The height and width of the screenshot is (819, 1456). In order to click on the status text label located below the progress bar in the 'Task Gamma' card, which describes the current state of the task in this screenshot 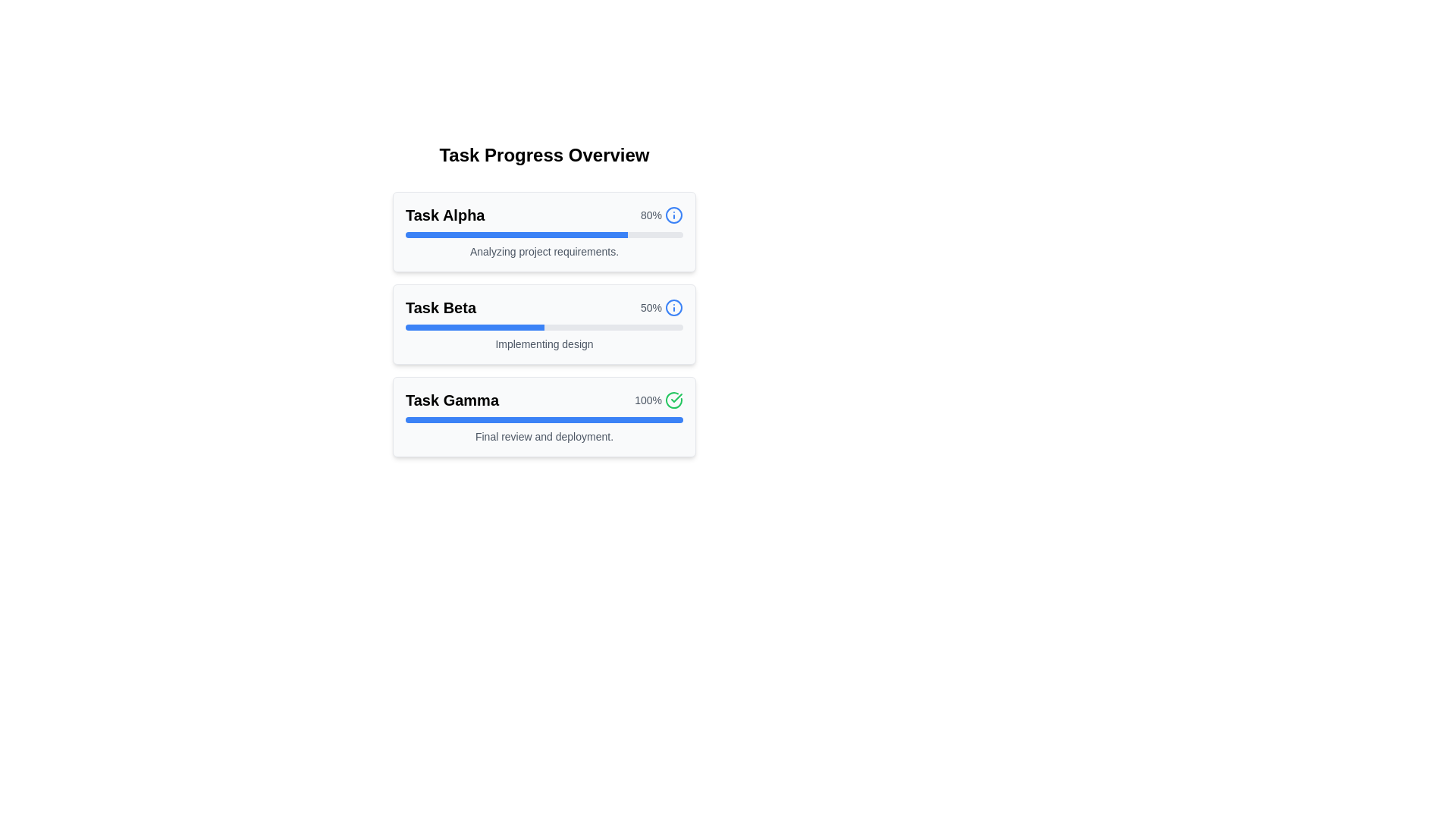, I will do `click(544, 436)`.